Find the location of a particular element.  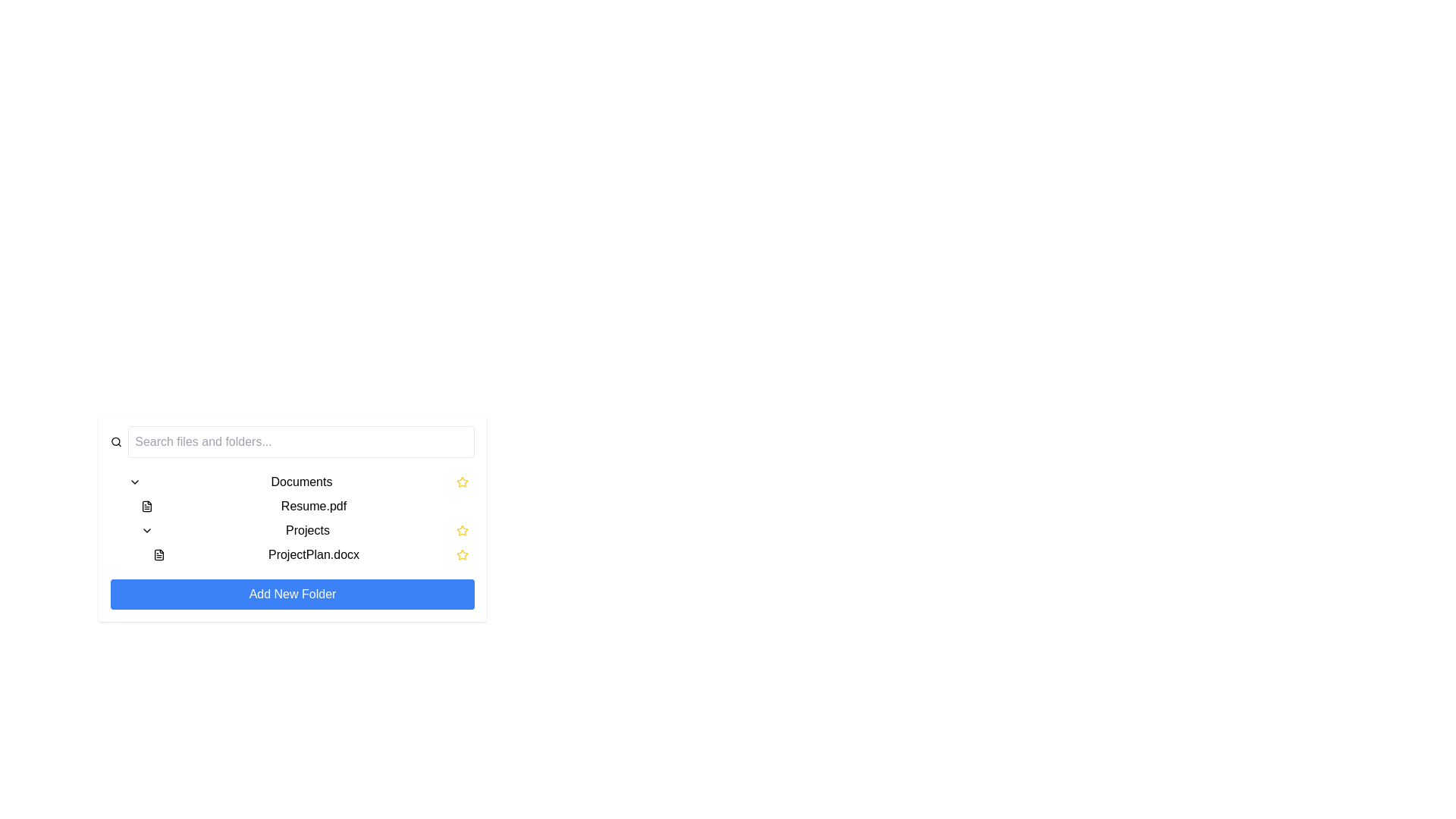

the text entry in the File Explorer Section is located at coordinates (292, 517).